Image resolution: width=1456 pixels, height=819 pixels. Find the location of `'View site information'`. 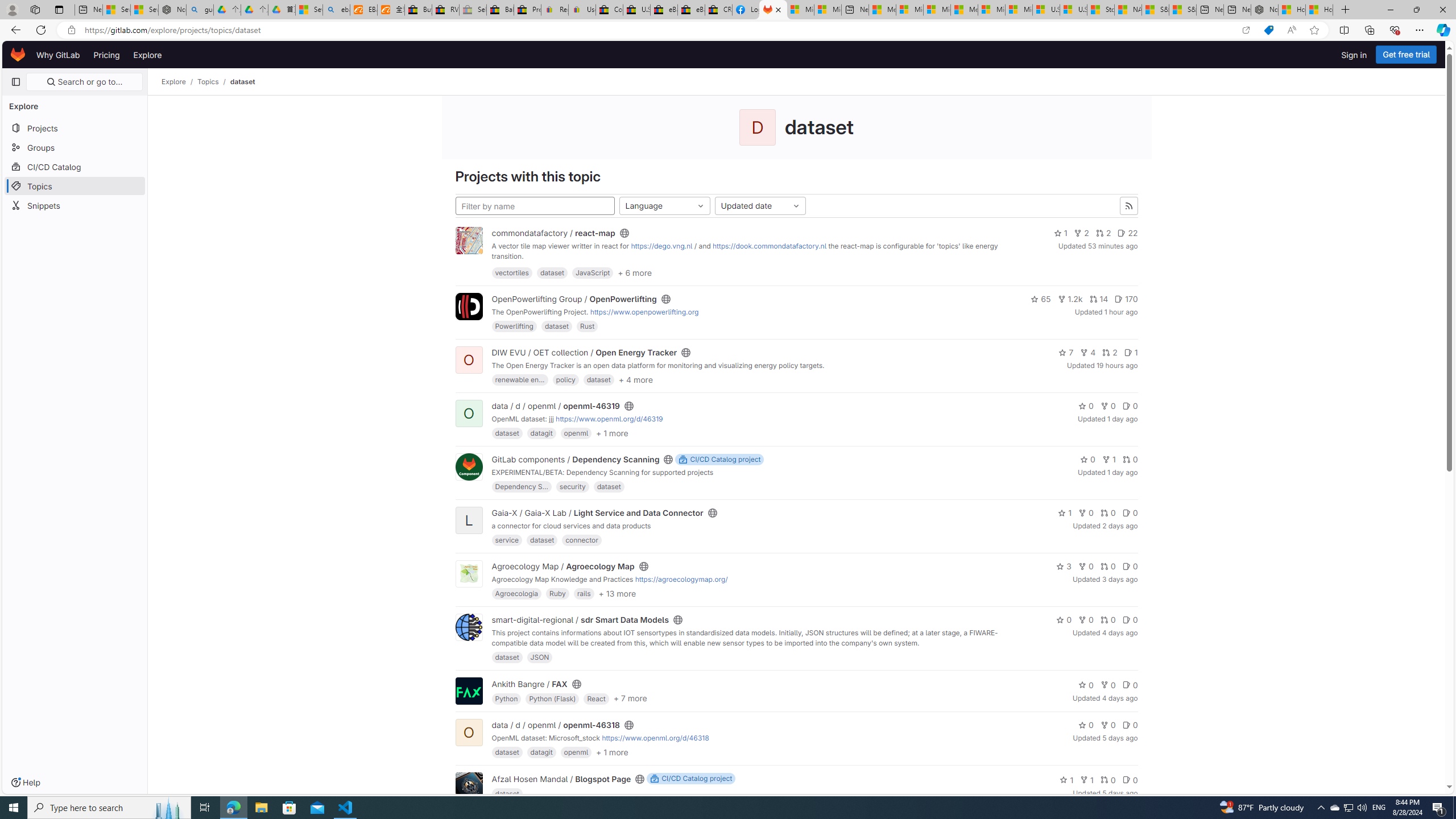

'View site information' is located at coordinates (71, 30).